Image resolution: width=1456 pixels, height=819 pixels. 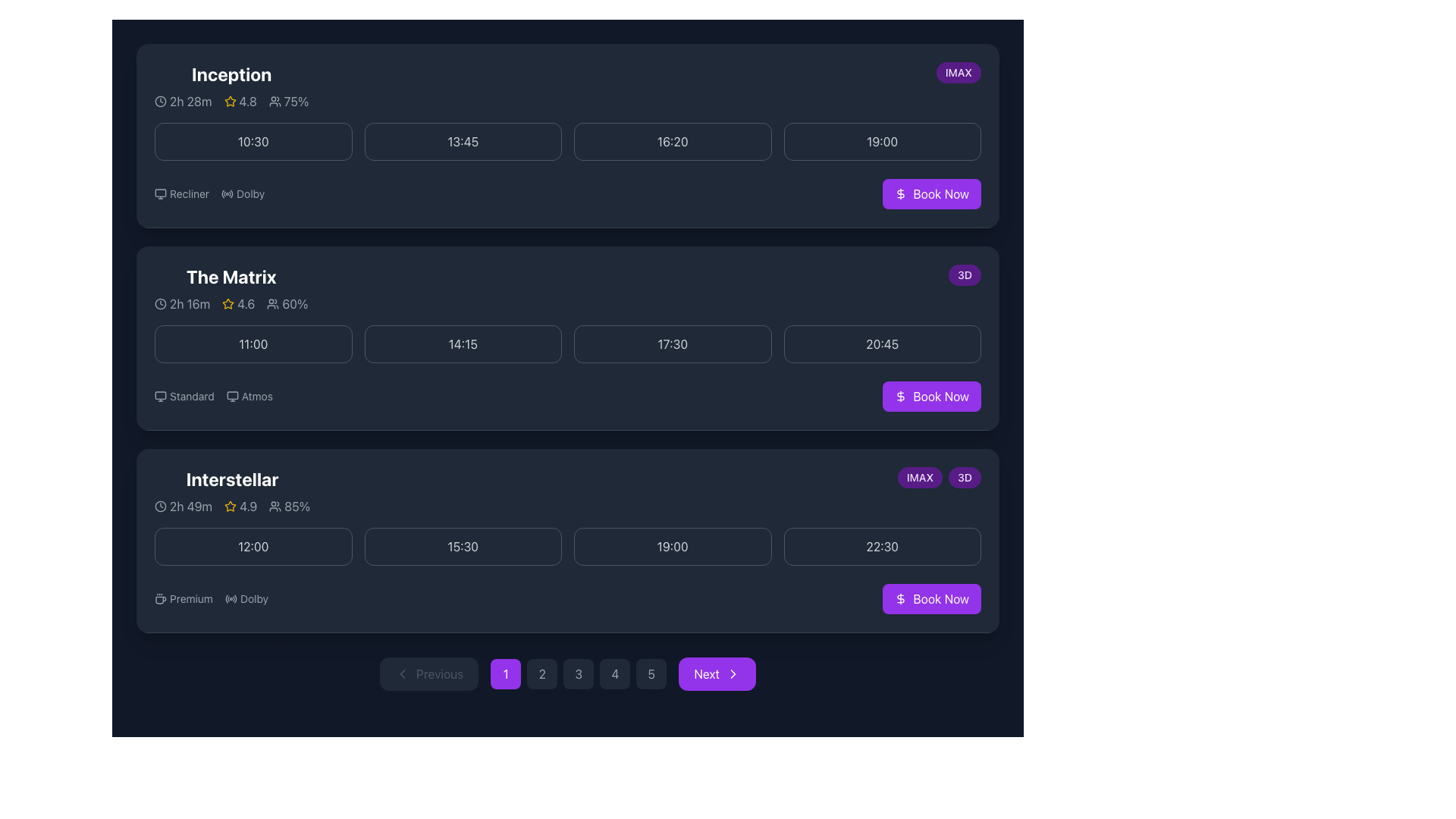 What do you see at coordinates (931, 396) in the screenshot?
I see `the 'Book Now' button with a purple background and white text to visualize its hover effects` at bounding box center [931, 396].